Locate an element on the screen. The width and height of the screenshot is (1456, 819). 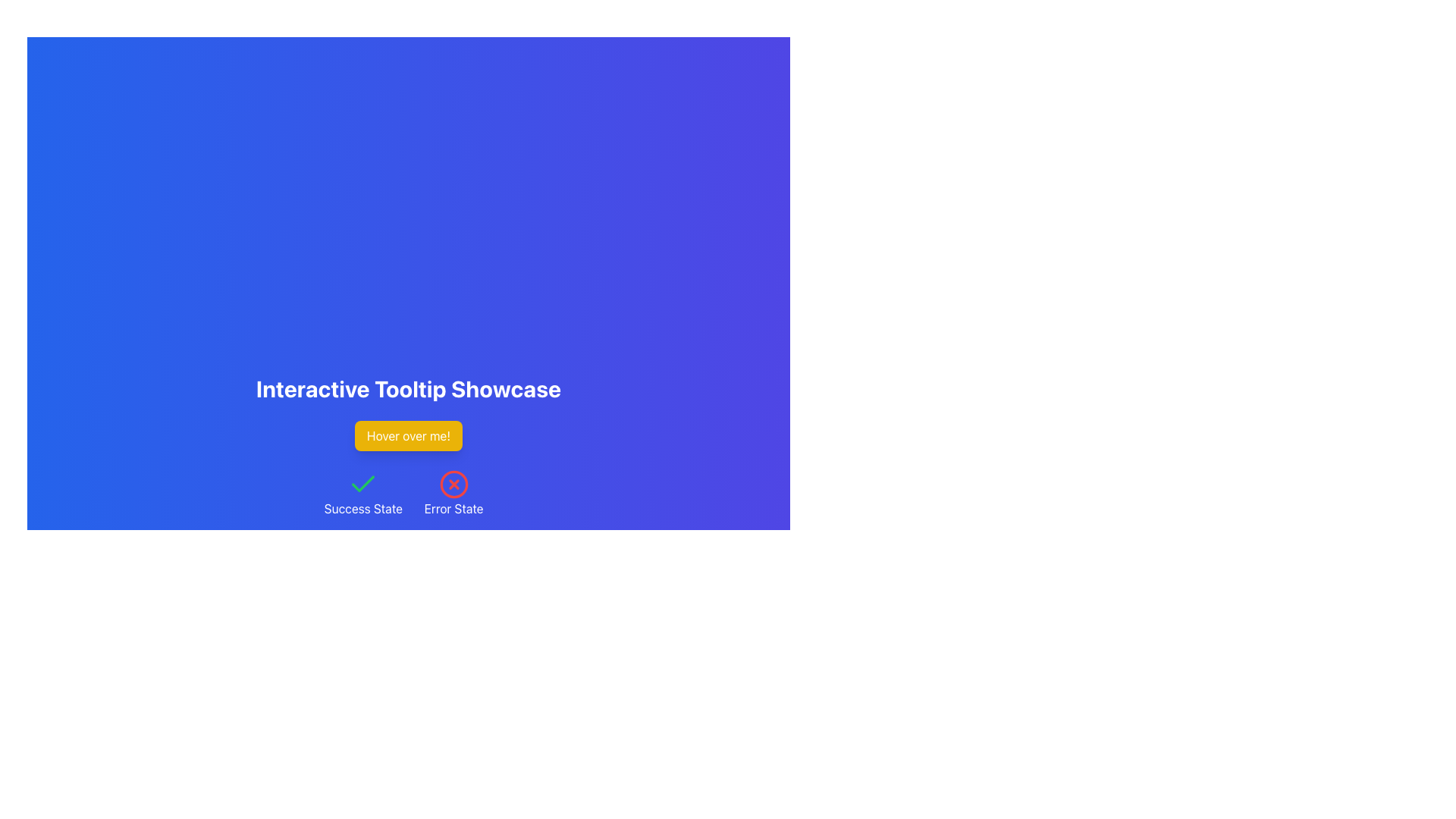
the error status text label located beneath the error icon, which indicates an error state in the interface is located at coordinates (453, 509).